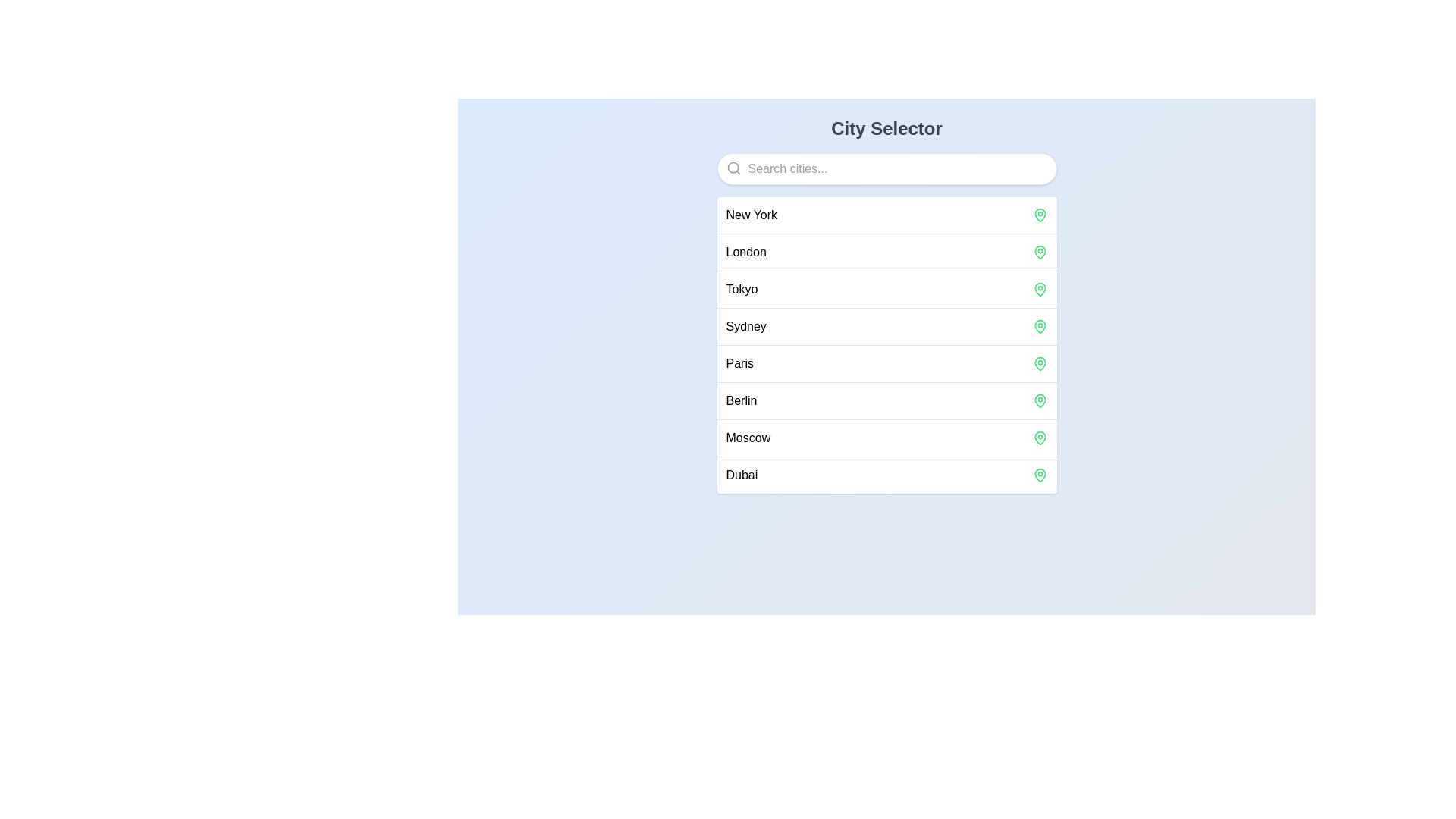 The height and width of the screenshot is (819, 1456). I want to click on the second city name in the dropdown list, which is positioned below 'New York' and above 'Tokyo', so click(746, 251).